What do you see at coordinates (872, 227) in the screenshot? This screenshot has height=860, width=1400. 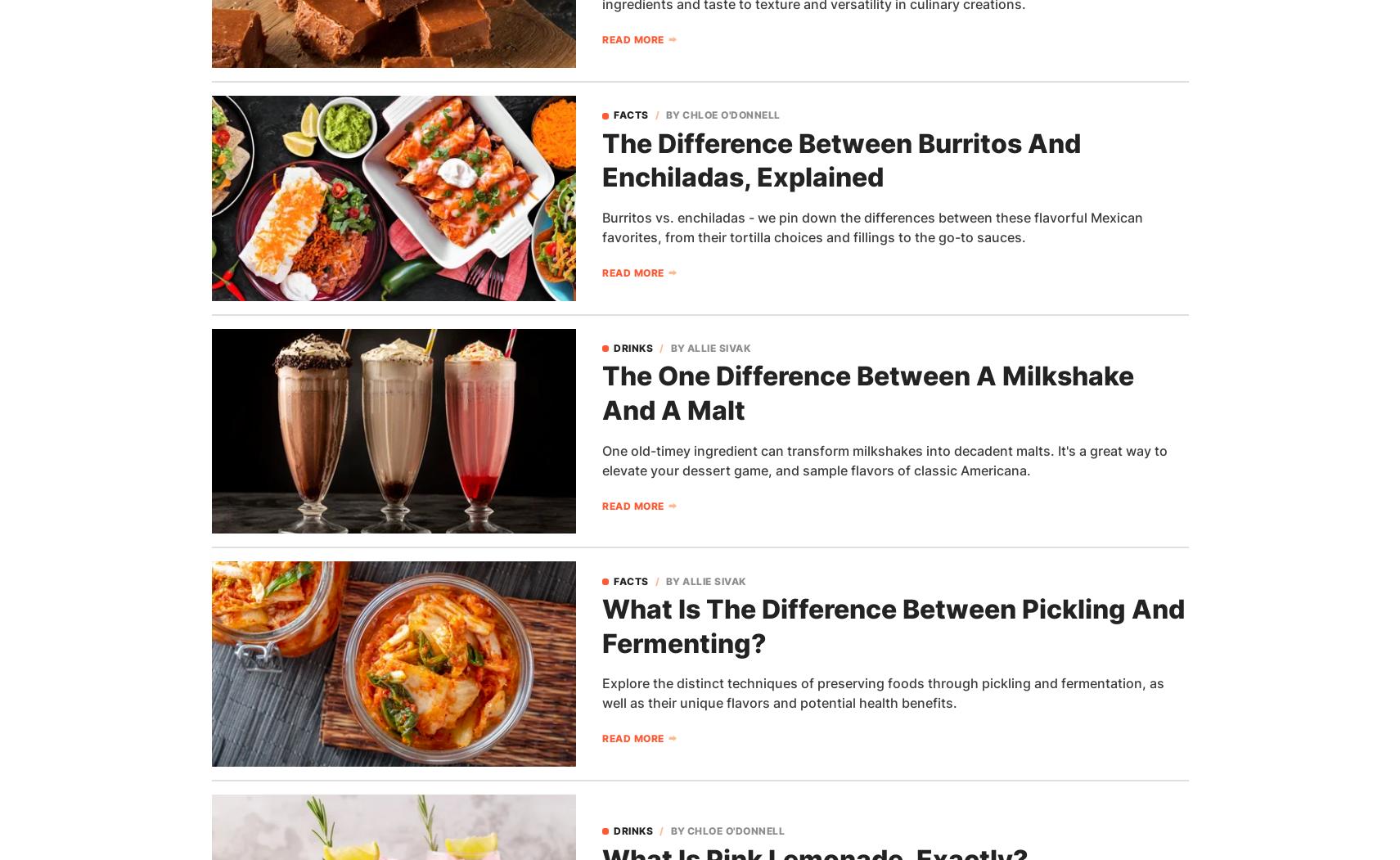 I see `'Burritos vs. enchiladas - we pin down the differences between these flavorful Mexican favorites, from their tortilla choices and fillings to the go-to sauces.'` at bounding box center [872, 227].